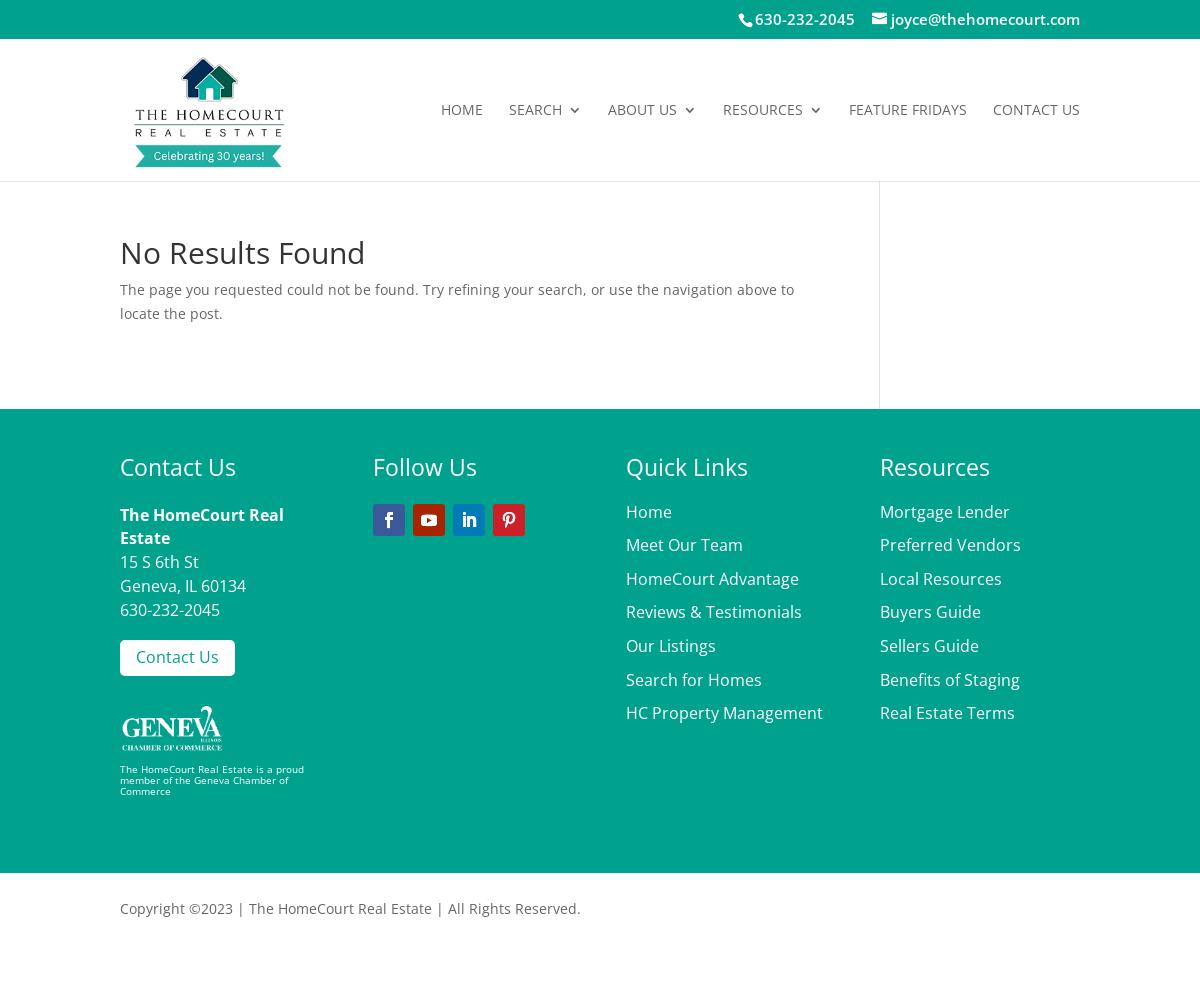 The height and width of the screenshot is (1000, 1200). Describe the element at coordinates (814, 542) in the screenshot. I see `'First Time Tips'` at that location.